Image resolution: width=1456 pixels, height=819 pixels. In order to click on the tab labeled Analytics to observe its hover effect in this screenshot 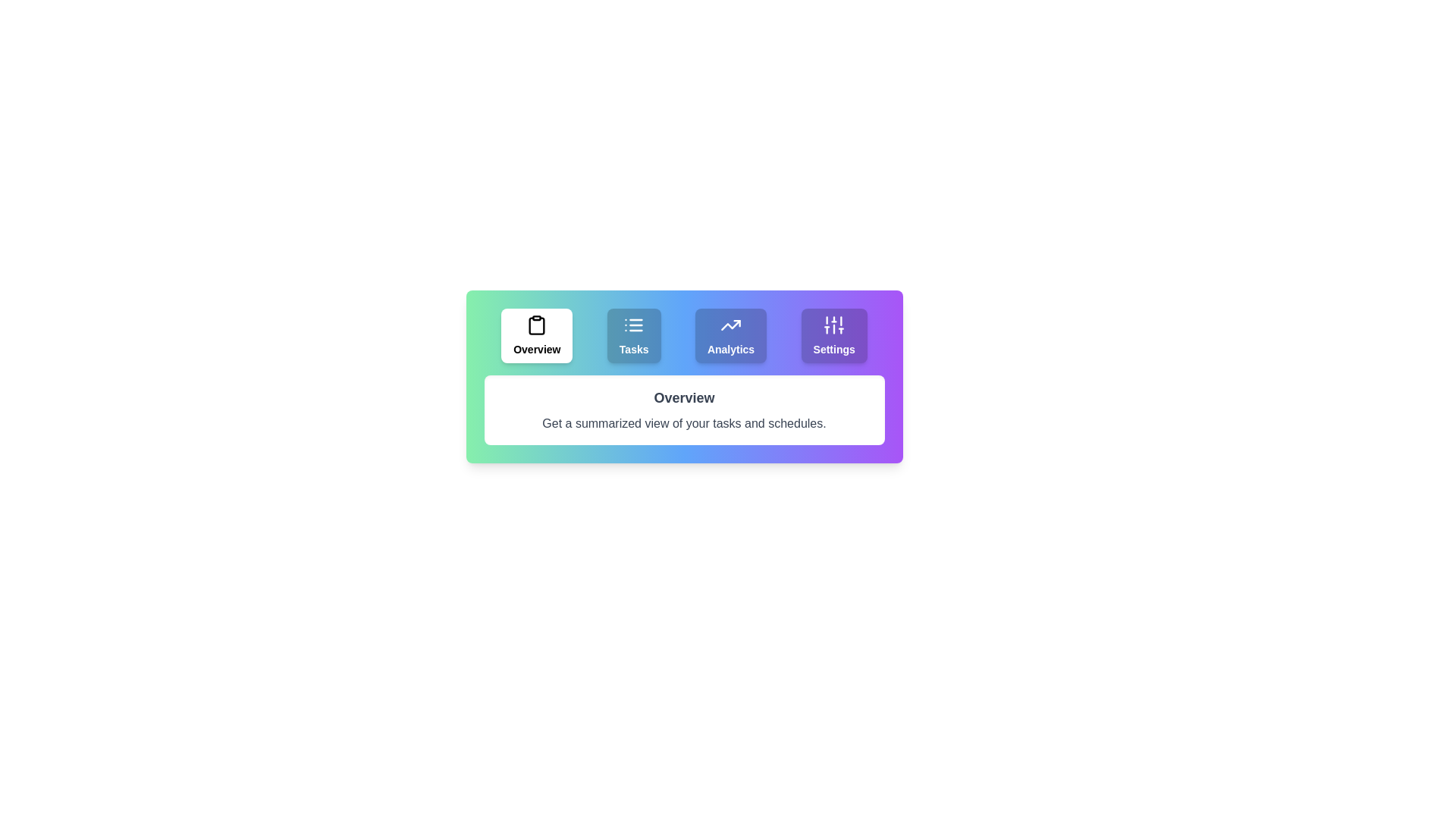, I will do `click(731, 335)`.